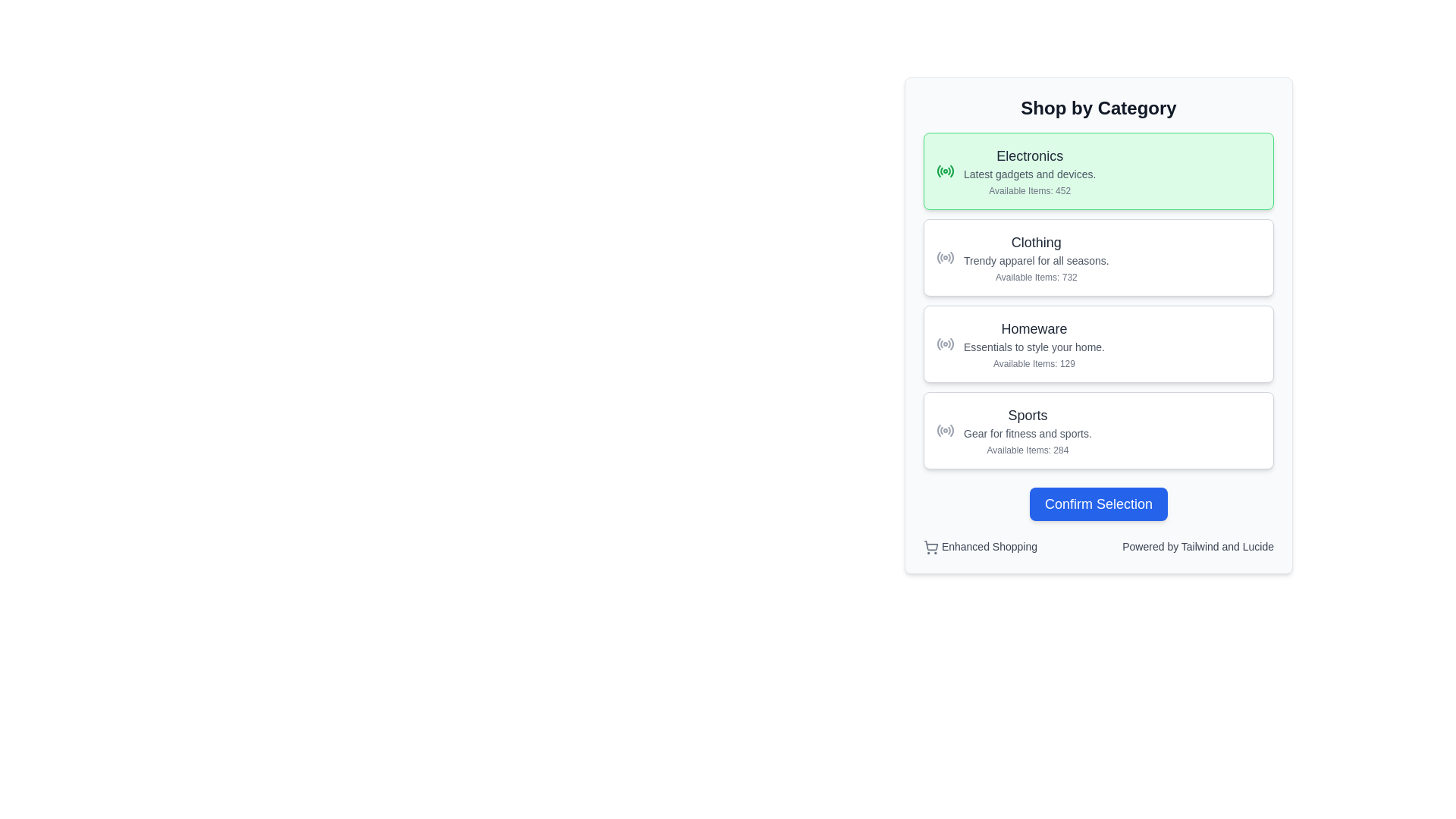 Image resolution: width=1456 pixels, height=819 pixels. What do you see at coordinates (1099, 171) in the screenshot?
I see `the first category button-like panel in the 'Shop by Category' section` at bounding box center [1099, 171].